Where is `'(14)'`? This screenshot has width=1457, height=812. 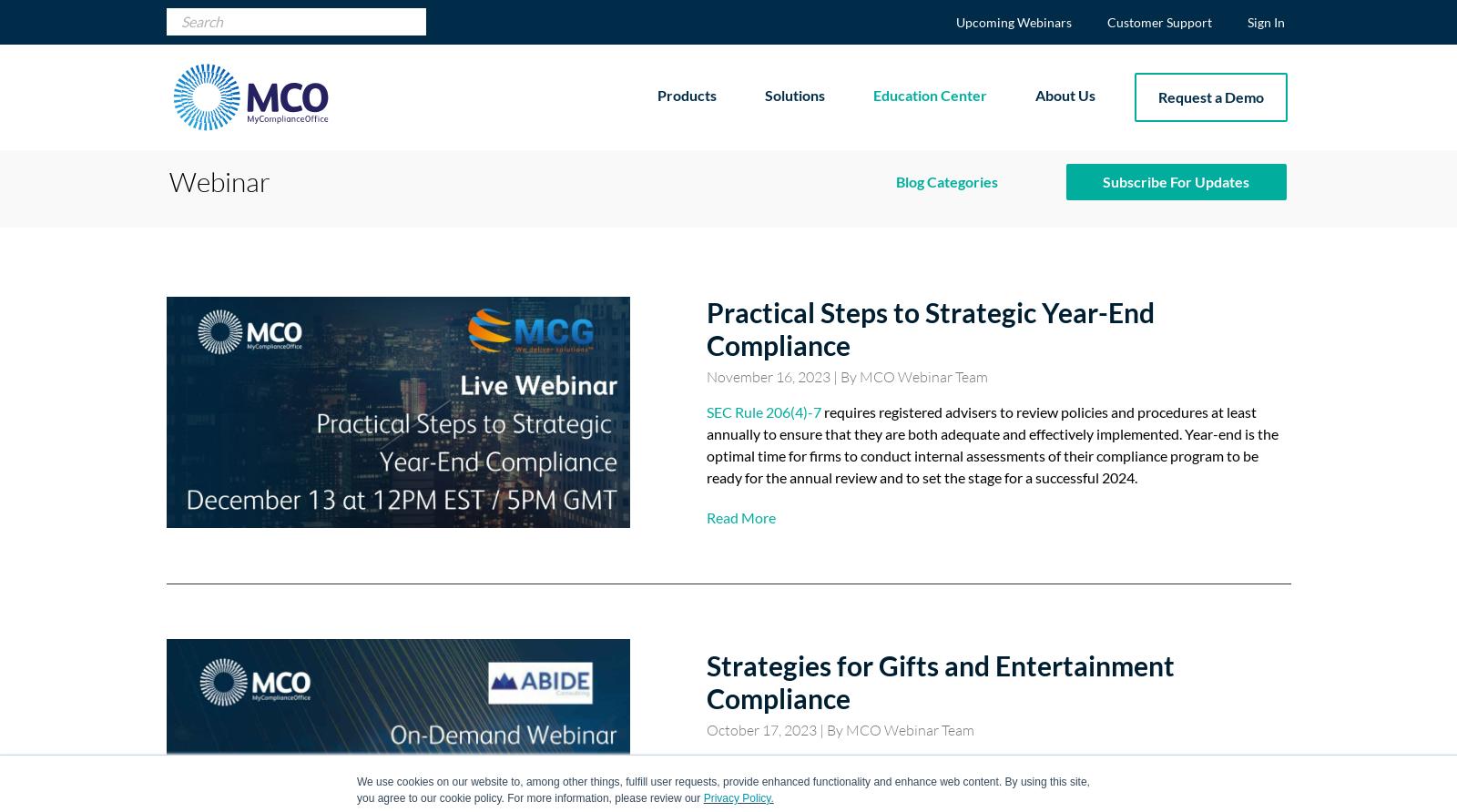 '(14)' is located at coordinates (980, 312).